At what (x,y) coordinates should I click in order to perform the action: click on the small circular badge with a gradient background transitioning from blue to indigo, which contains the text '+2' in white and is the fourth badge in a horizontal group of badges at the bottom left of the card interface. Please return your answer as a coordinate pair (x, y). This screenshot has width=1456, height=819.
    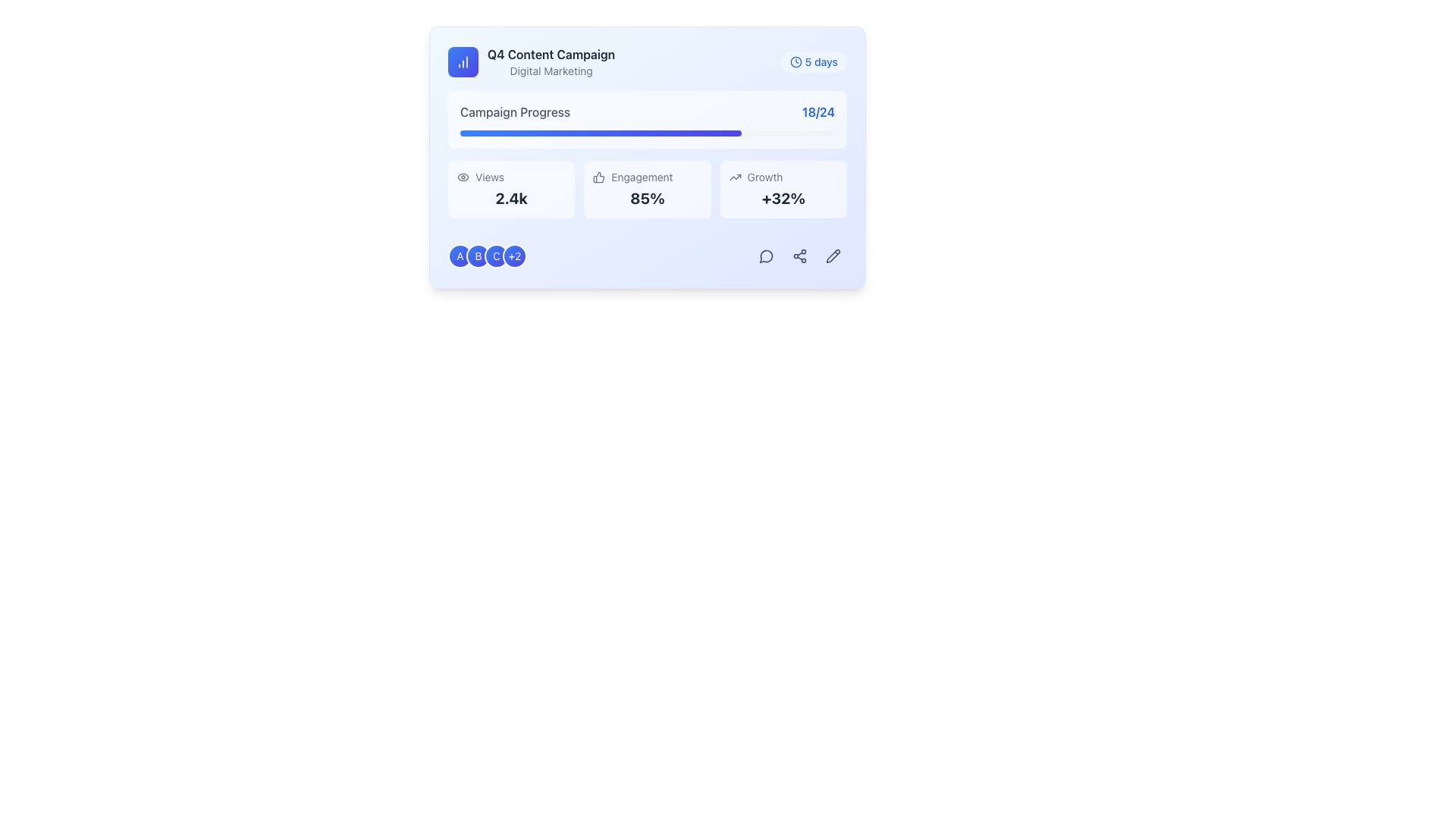
    Looking at the image, I should click on (514, 256).